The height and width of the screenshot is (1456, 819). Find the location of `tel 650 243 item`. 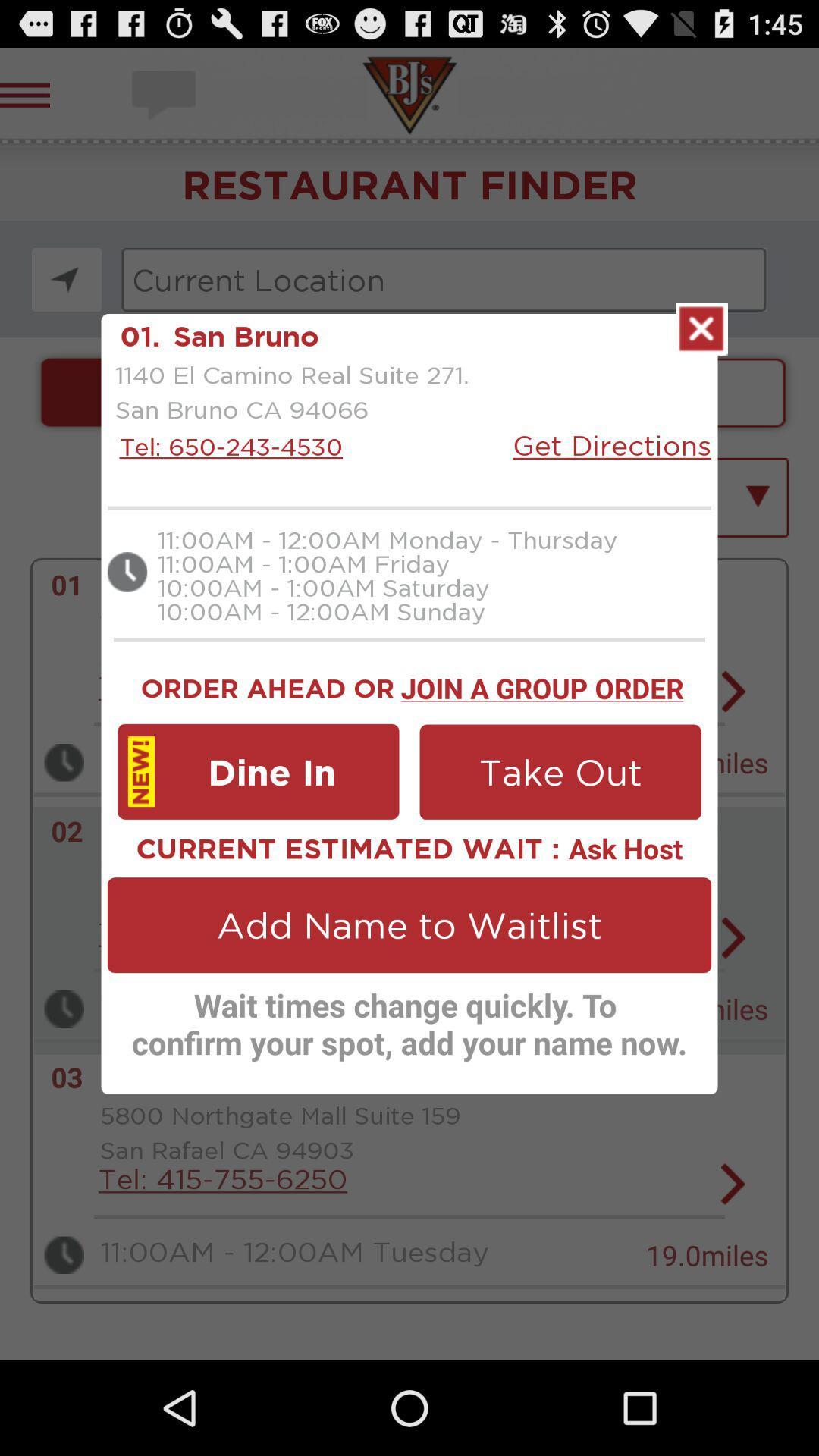

tel 650 243 item is located at coordinates (227, 446).